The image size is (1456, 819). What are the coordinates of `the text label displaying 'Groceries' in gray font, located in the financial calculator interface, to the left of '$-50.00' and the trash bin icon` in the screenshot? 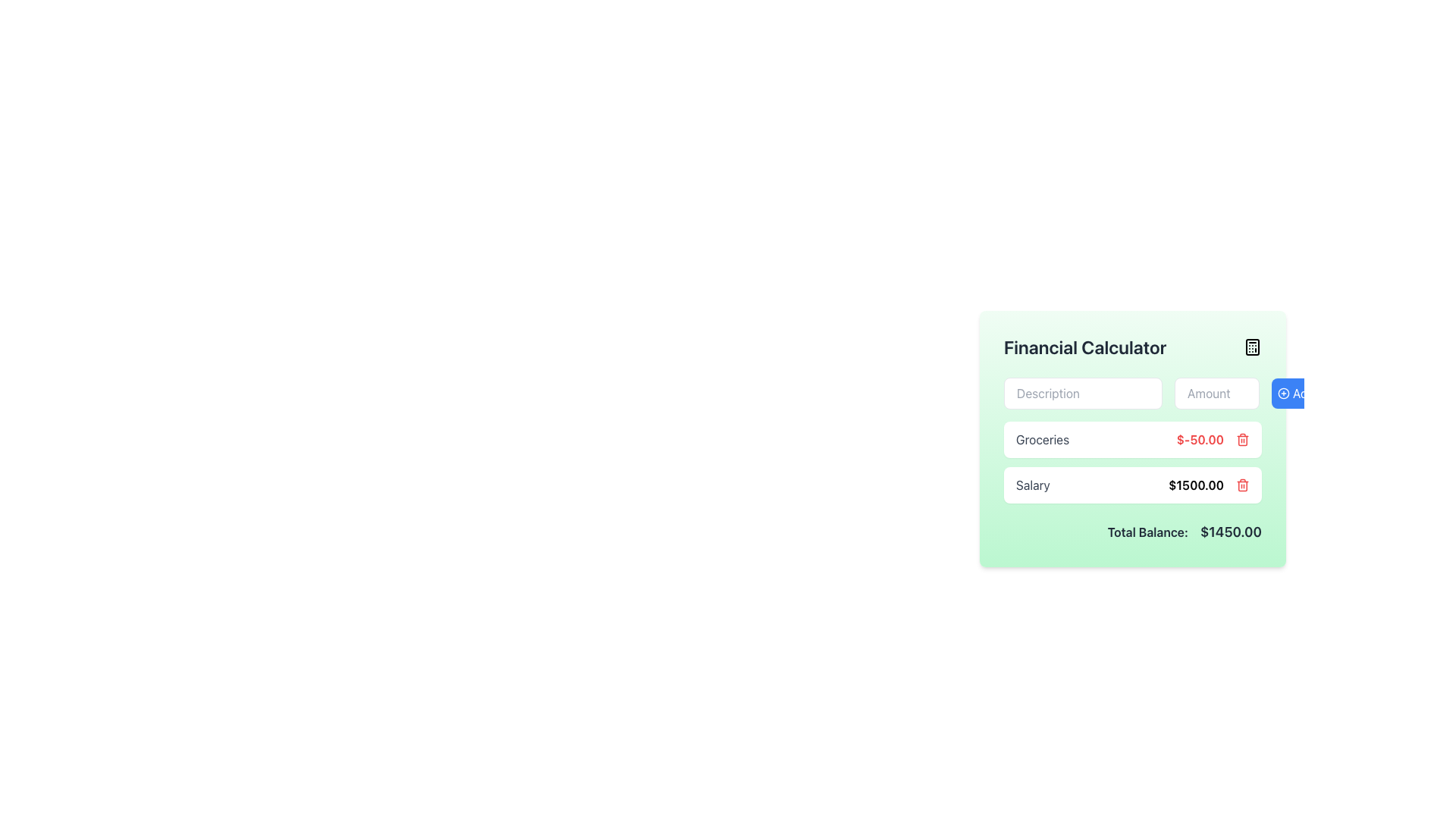 It's located at (1042, 439).